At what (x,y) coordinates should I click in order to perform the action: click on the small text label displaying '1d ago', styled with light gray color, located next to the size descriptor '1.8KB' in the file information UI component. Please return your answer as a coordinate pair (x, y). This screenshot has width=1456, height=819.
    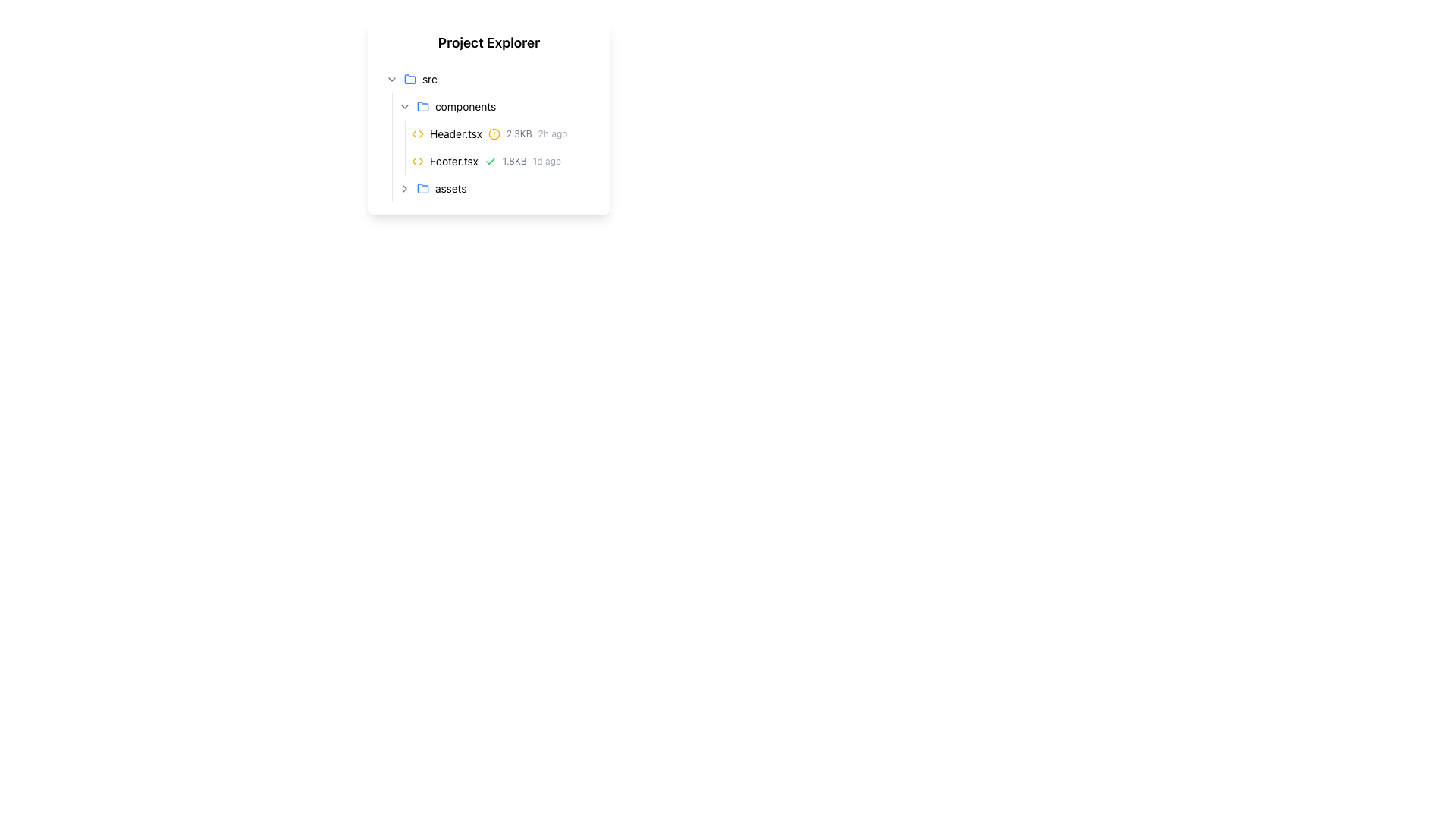
    Looking at the image, I should click on (546, 161).